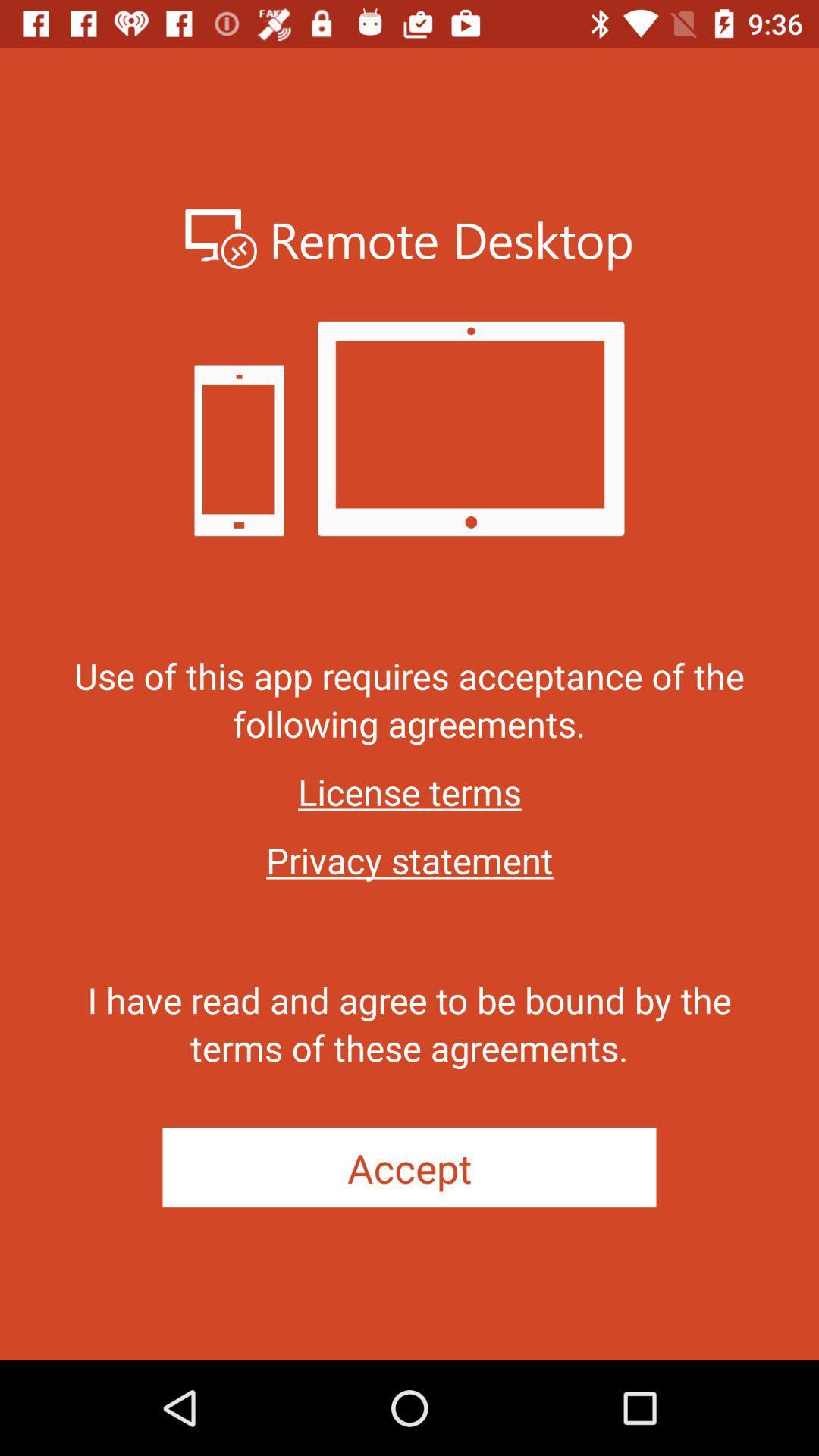 This screenshot has width=819, height=1456. What do you see at coordinates (409, 791) in the screenshot?
I see `item above the privacy statement icon` at bounding box center [409, 791].